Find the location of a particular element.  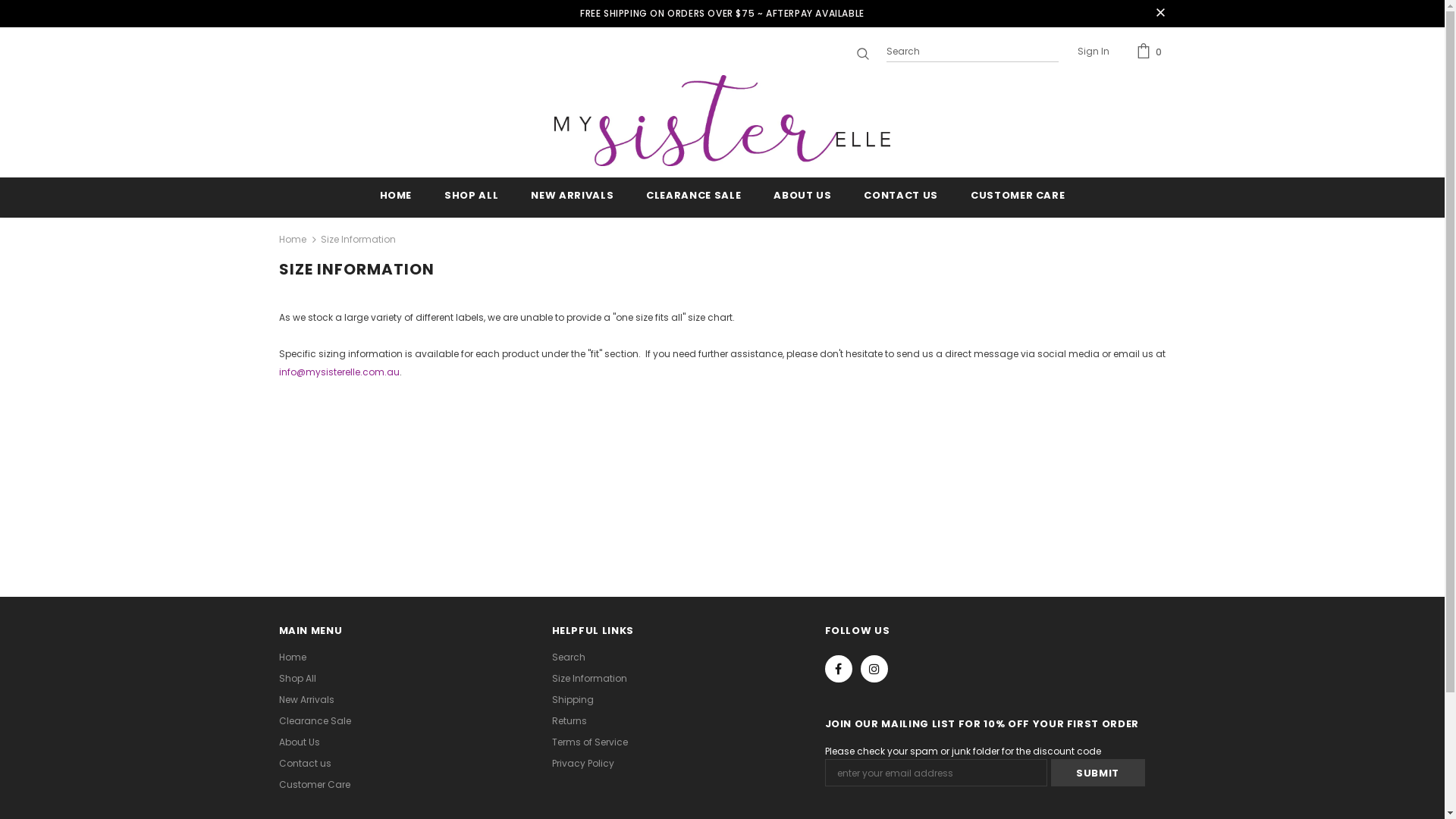

'Privacy Policy' is located at coordinates (551, 763).